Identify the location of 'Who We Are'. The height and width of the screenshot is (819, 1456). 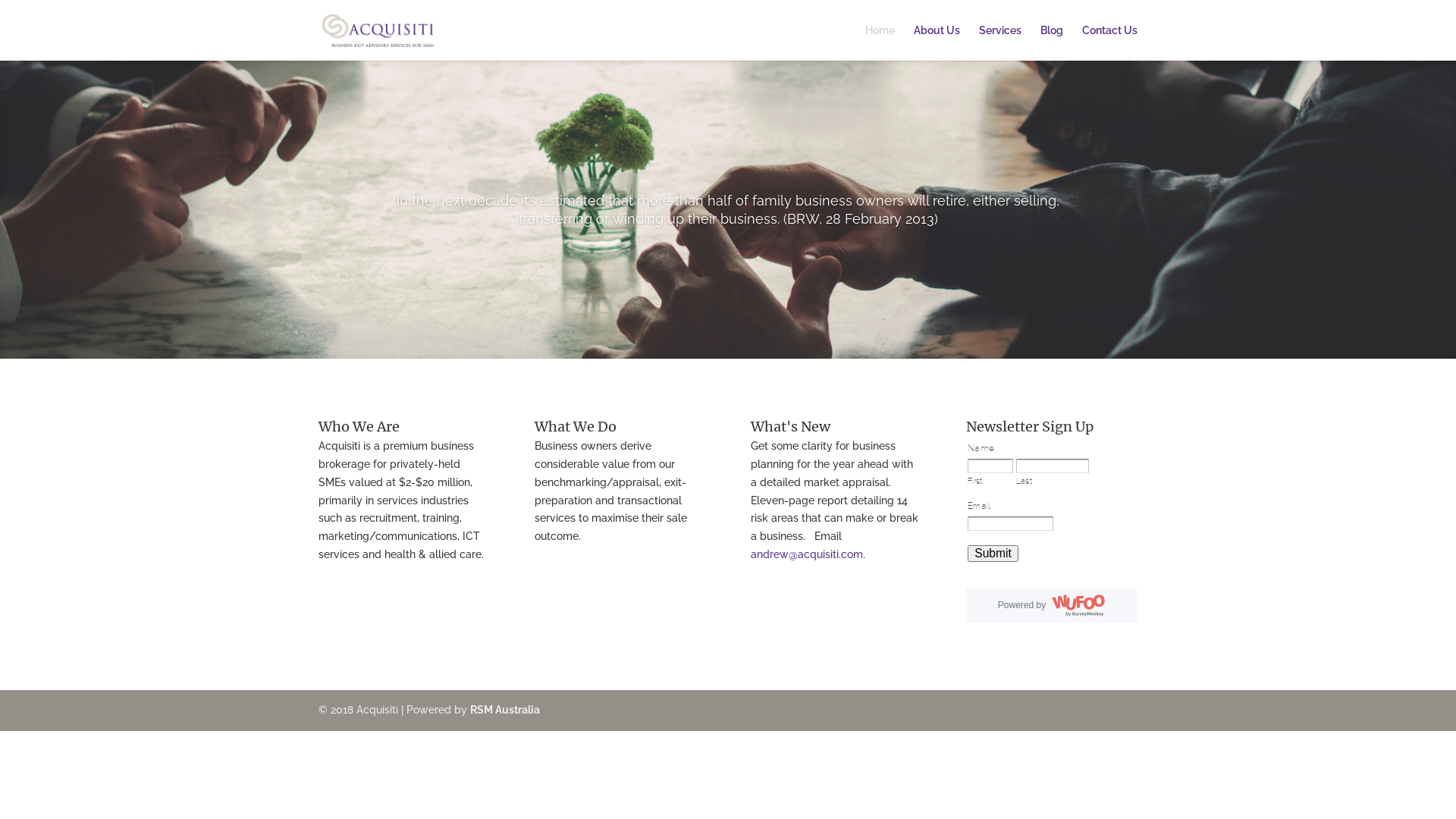
(358, 426).